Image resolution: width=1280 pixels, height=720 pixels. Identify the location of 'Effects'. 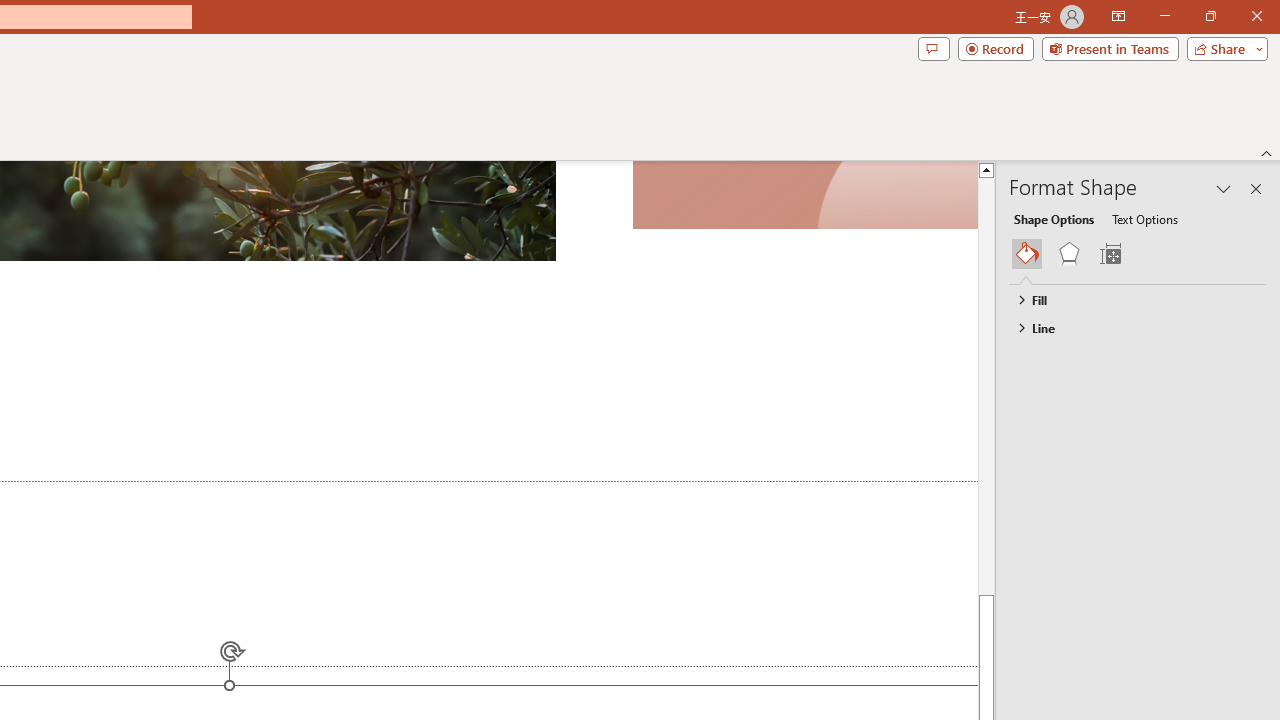
(1068, 253).